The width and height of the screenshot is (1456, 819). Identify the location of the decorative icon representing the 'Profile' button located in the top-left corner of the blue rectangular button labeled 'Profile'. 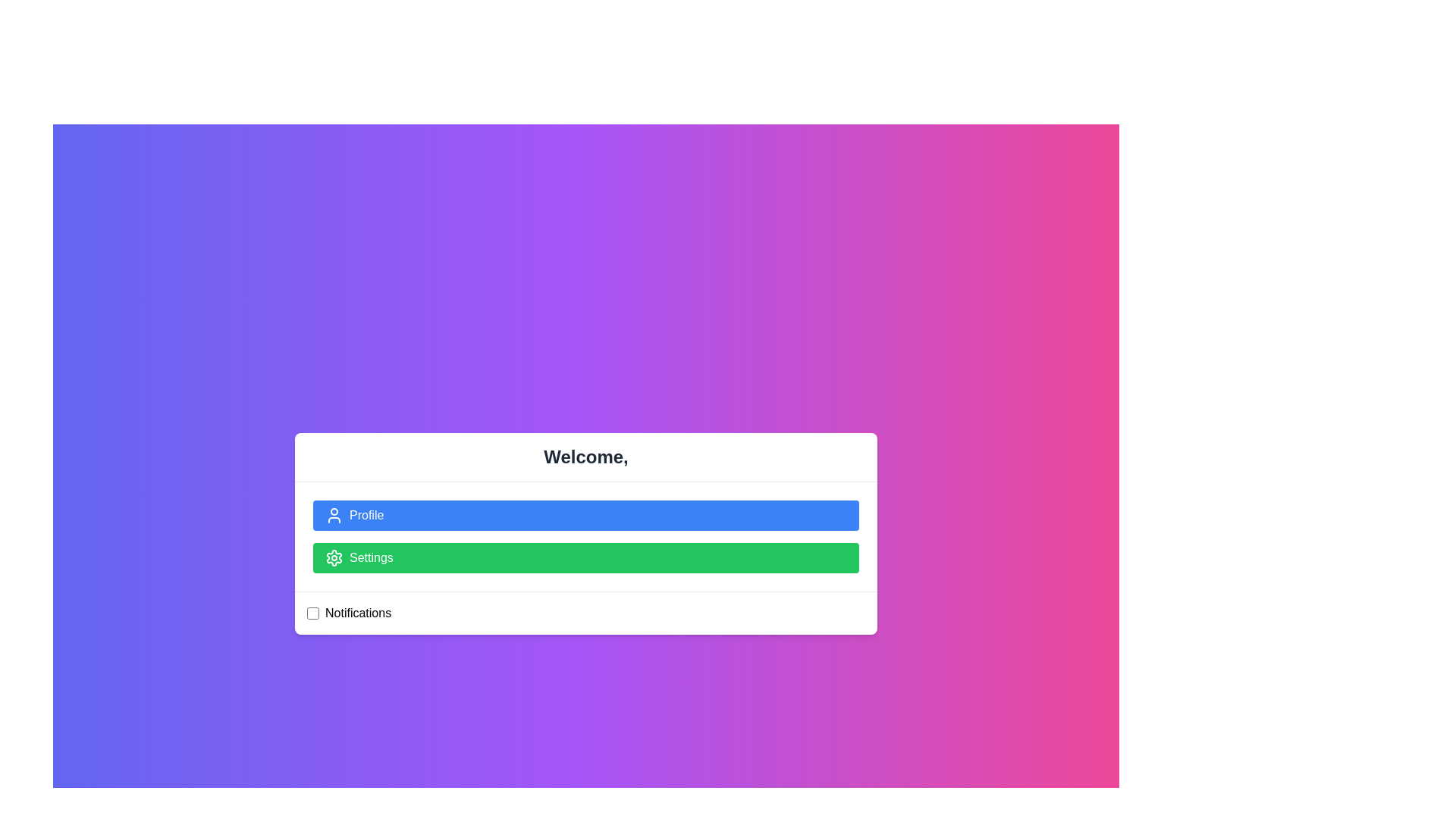
(334, 514).